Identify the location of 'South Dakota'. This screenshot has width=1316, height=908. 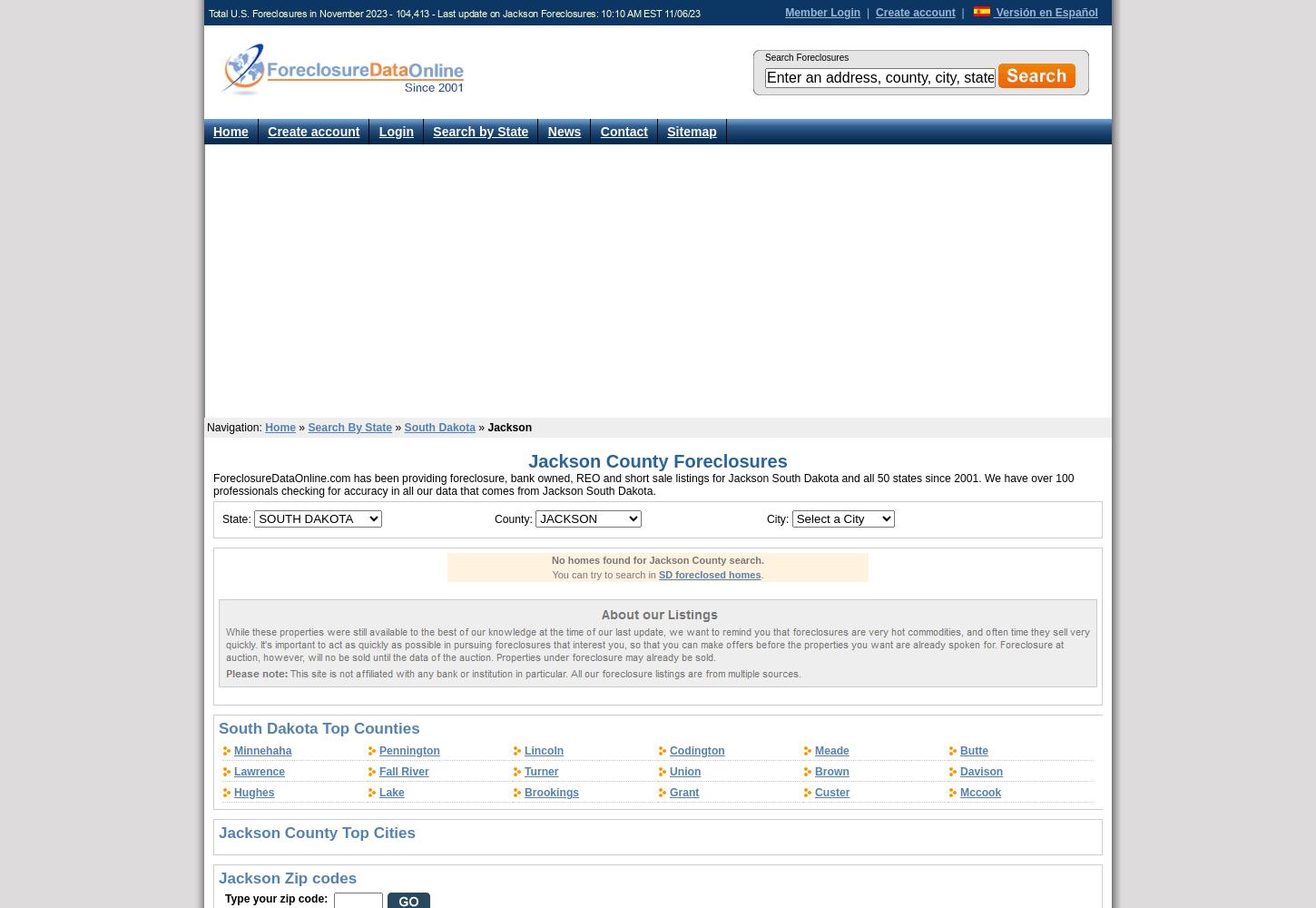
(439, 427).